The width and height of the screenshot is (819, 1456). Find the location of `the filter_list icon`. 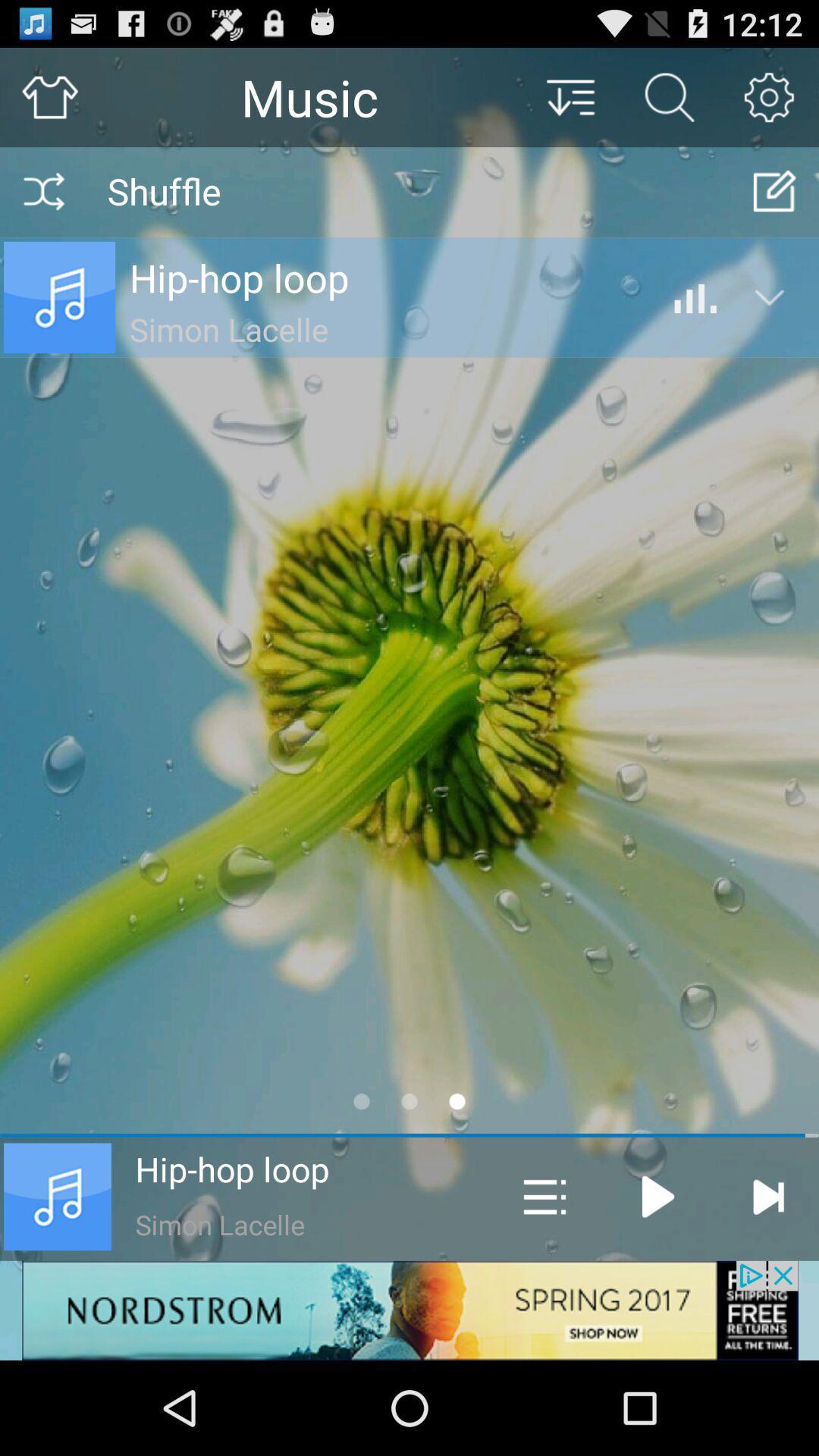

the filter_list icon is located at coordinates (570, 103).